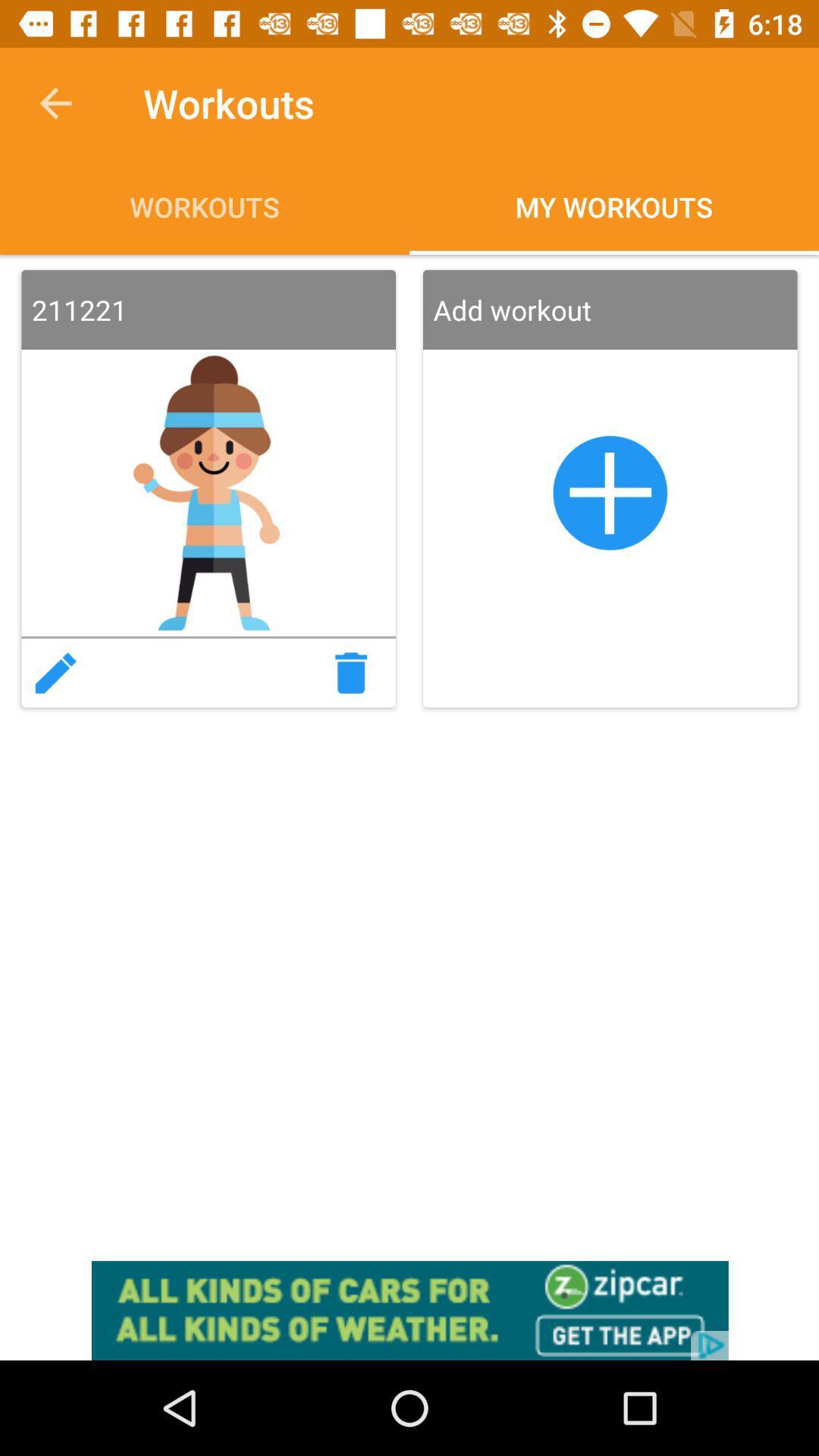 This screenshot has height=1456, width=819. Describe the element at coordinates (356, 672) in the screenshot. I see `delede` at that location.